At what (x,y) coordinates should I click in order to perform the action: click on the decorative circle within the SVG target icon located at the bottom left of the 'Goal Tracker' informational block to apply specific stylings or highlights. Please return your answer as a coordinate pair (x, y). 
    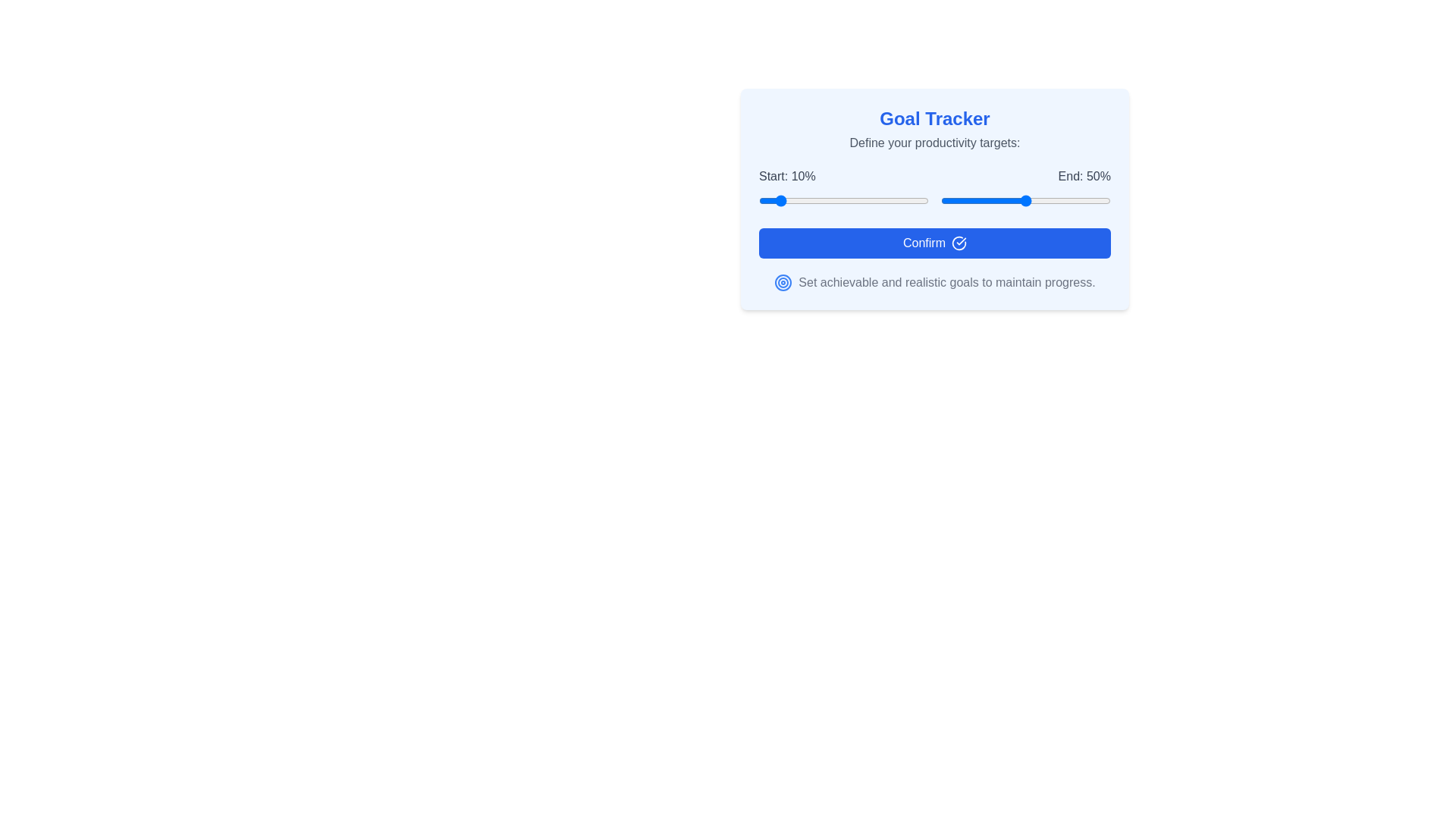
    Looking at the image, I should click on (783, 283).